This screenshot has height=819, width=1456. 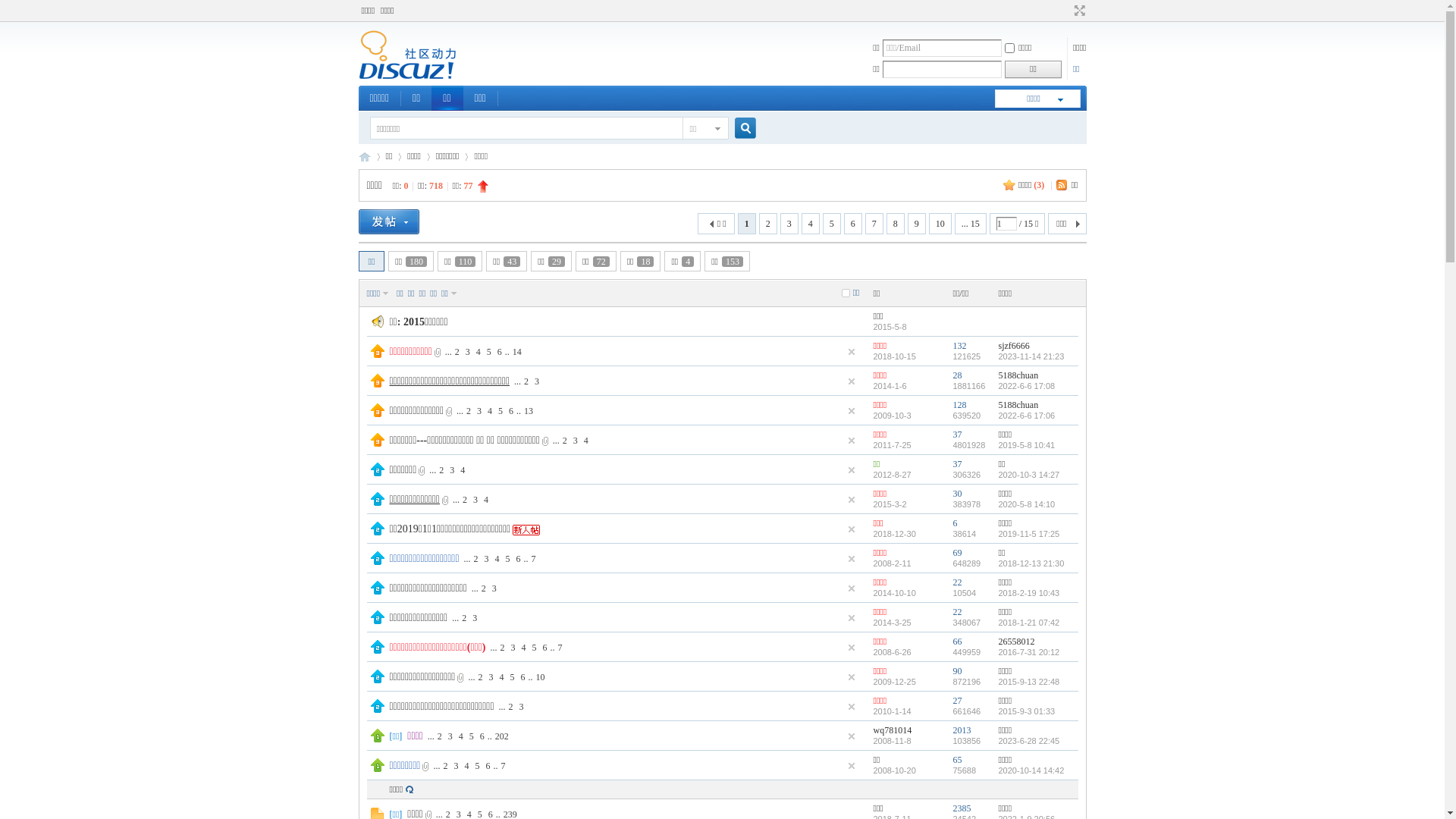 What do you see at coordinates (956, 641) in the screenshot?
I see `'66'` at bounding box center [956, 641].